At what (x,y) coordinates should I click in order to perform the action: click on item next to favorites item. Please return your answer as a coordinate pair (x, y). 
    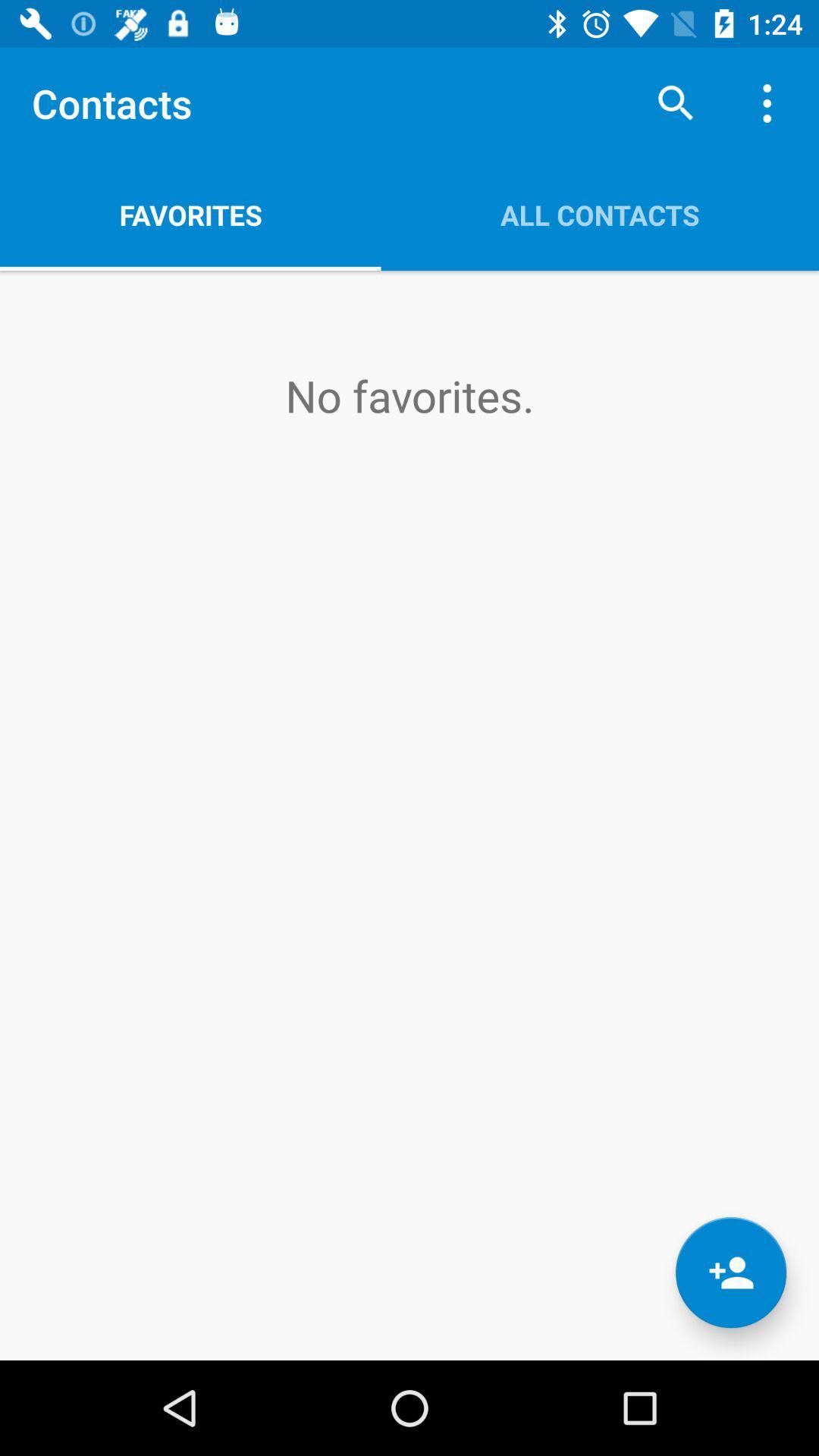
    Looking at the image, I should click on (675, 102).